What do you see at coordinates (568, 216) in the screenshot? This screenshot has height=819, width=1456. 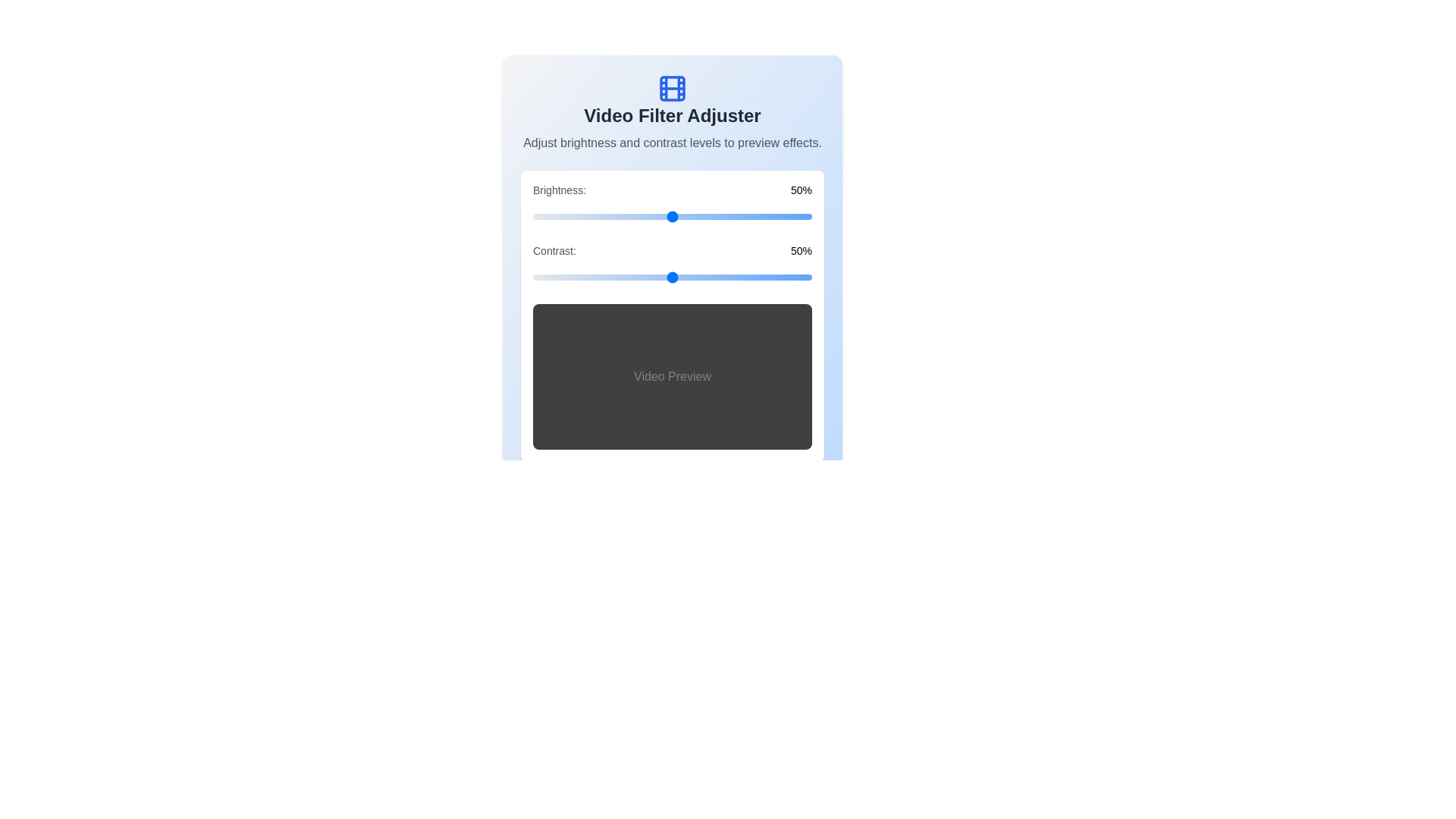 I see `the brightness slider to 13%` at bounding box center [568, 216].